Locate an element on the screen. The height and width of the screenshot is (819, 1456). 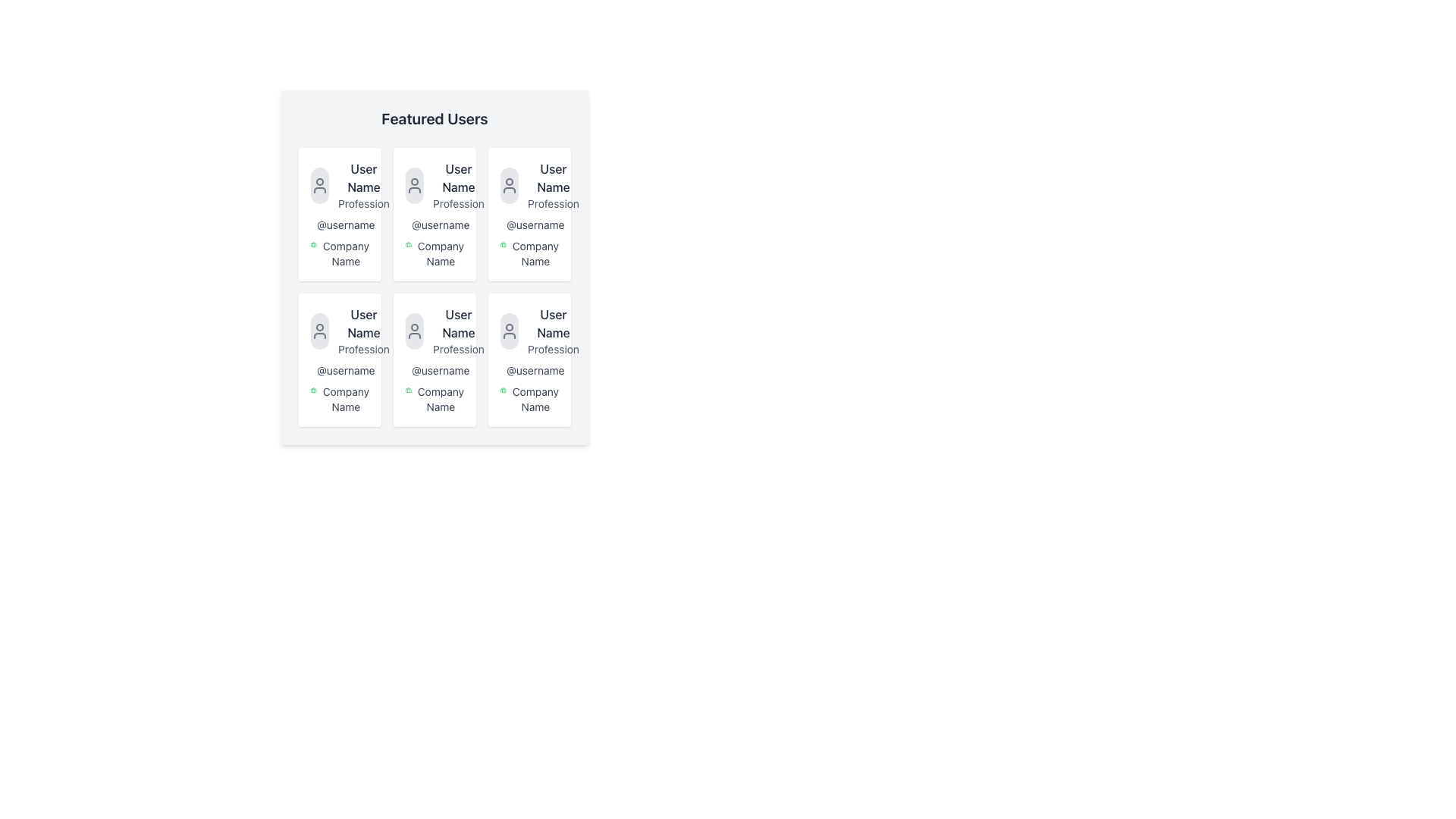
the circular user profile icon with a gray background located in the top-left cell of the 'Featured Users' section is located at coordinates (319, 185).